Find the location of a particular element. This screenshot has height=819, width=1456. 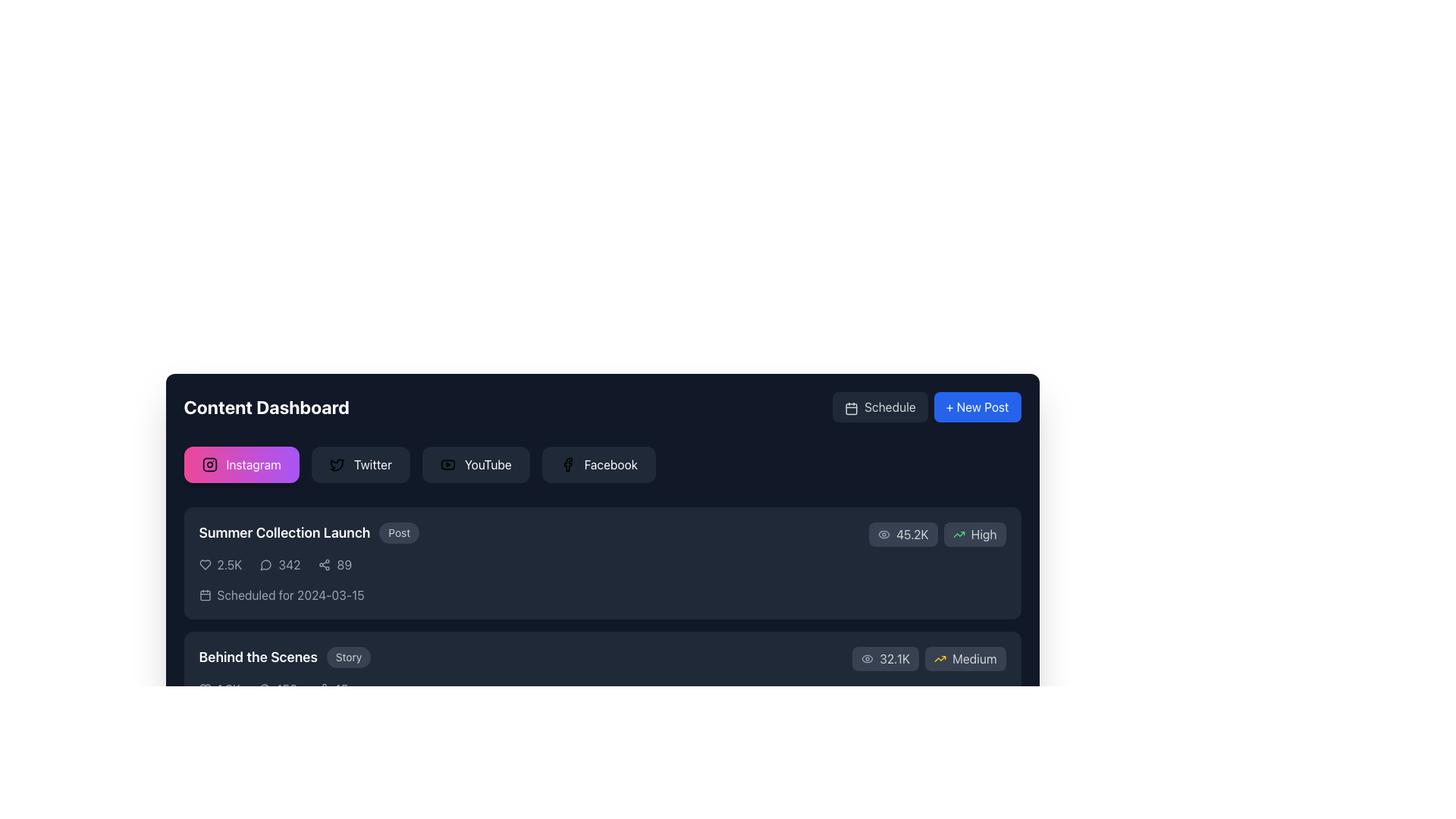

text displayed in the Statistical badge which shows '1.8K' next to a heart-shaped outline icon, located in the 'Behind the Scenes' section of the Content Dashboard is located at coordinates (218, 689).